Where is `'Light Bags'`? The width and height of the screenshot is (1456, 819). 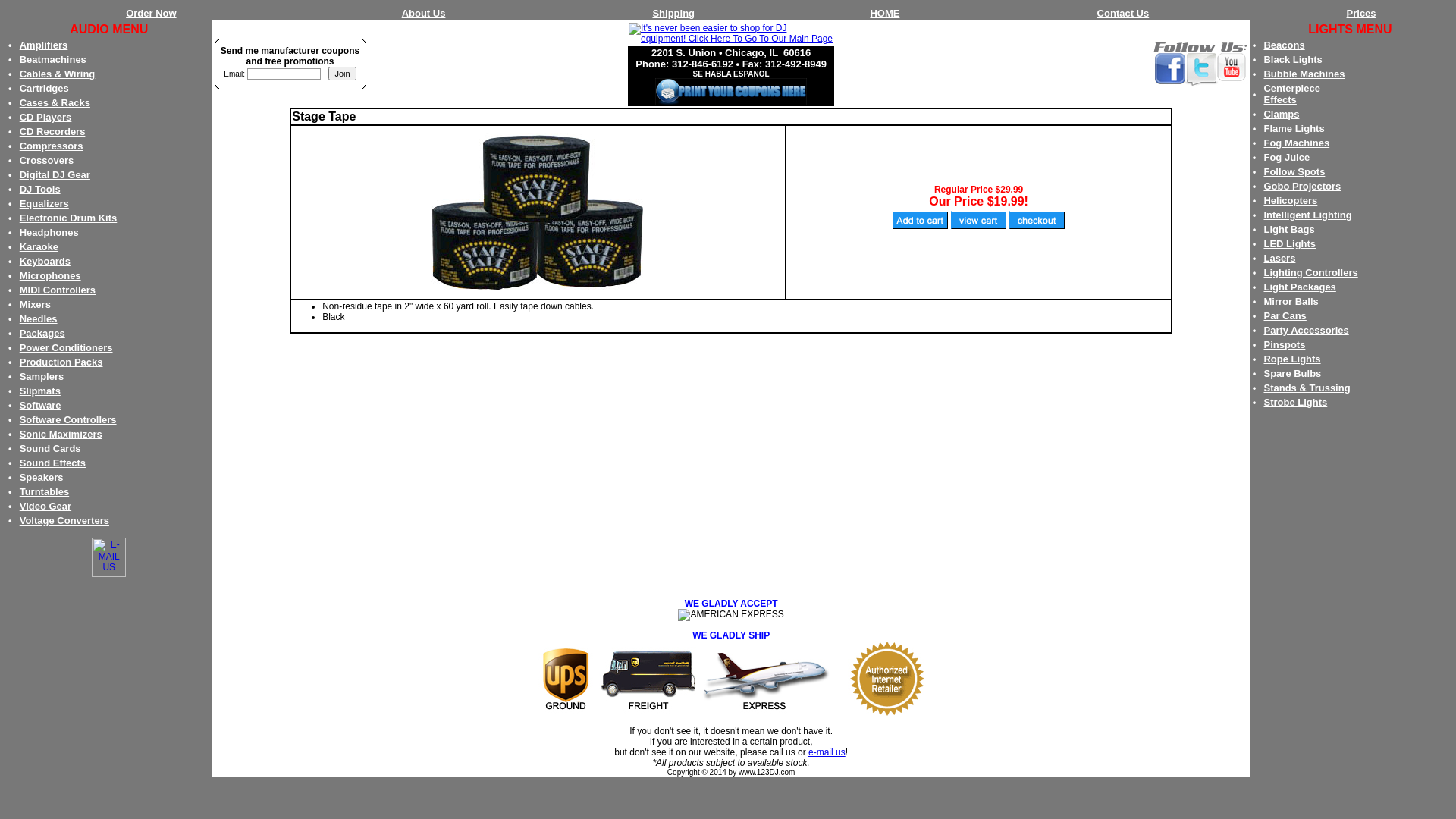
'Light Bags' is located at coordinates (1288, 229).